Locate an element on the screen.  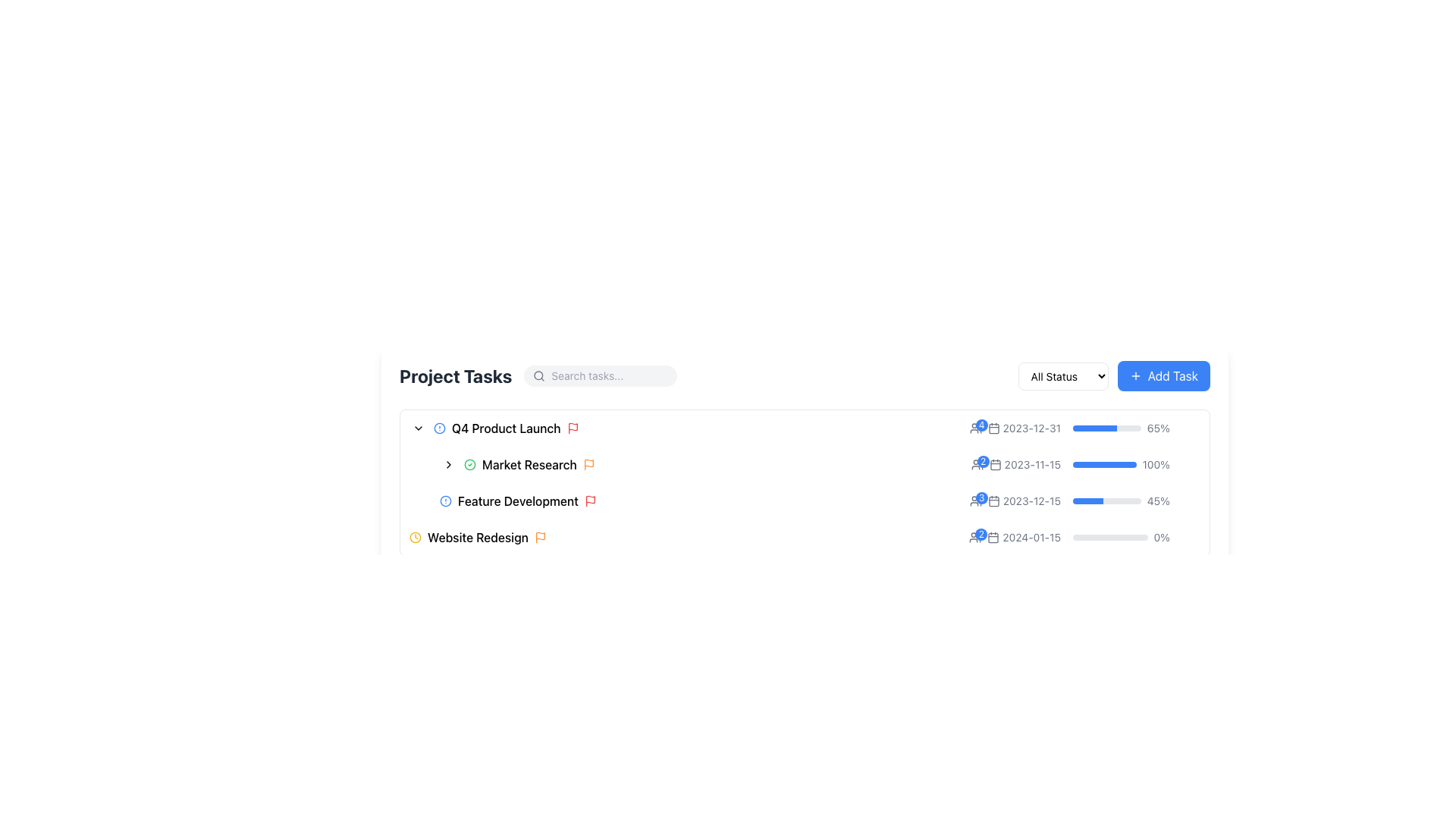
the status indicator icon for the 'Q4 Product Launch' task, which is the last icon in the group located to the right of the title text is located at coordinates (572, 428).